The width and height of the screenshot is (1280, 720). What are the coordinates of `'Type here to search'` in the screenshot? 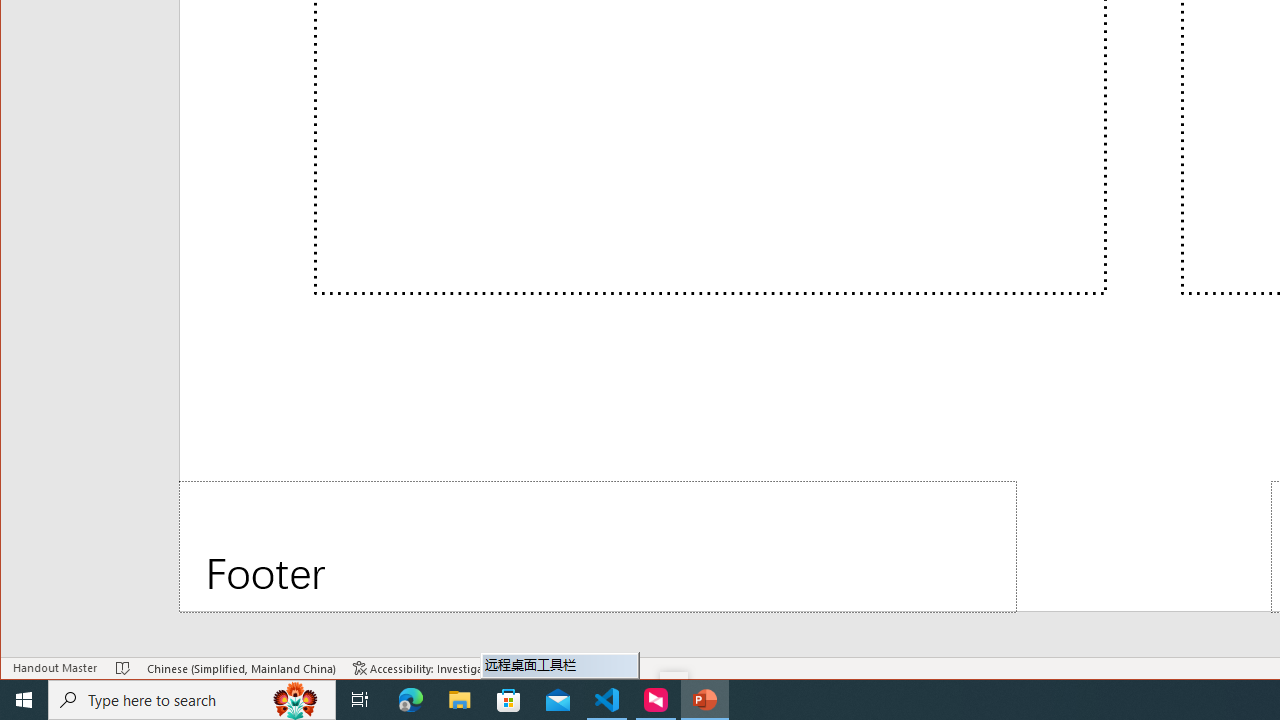 It's located at (192, 698).